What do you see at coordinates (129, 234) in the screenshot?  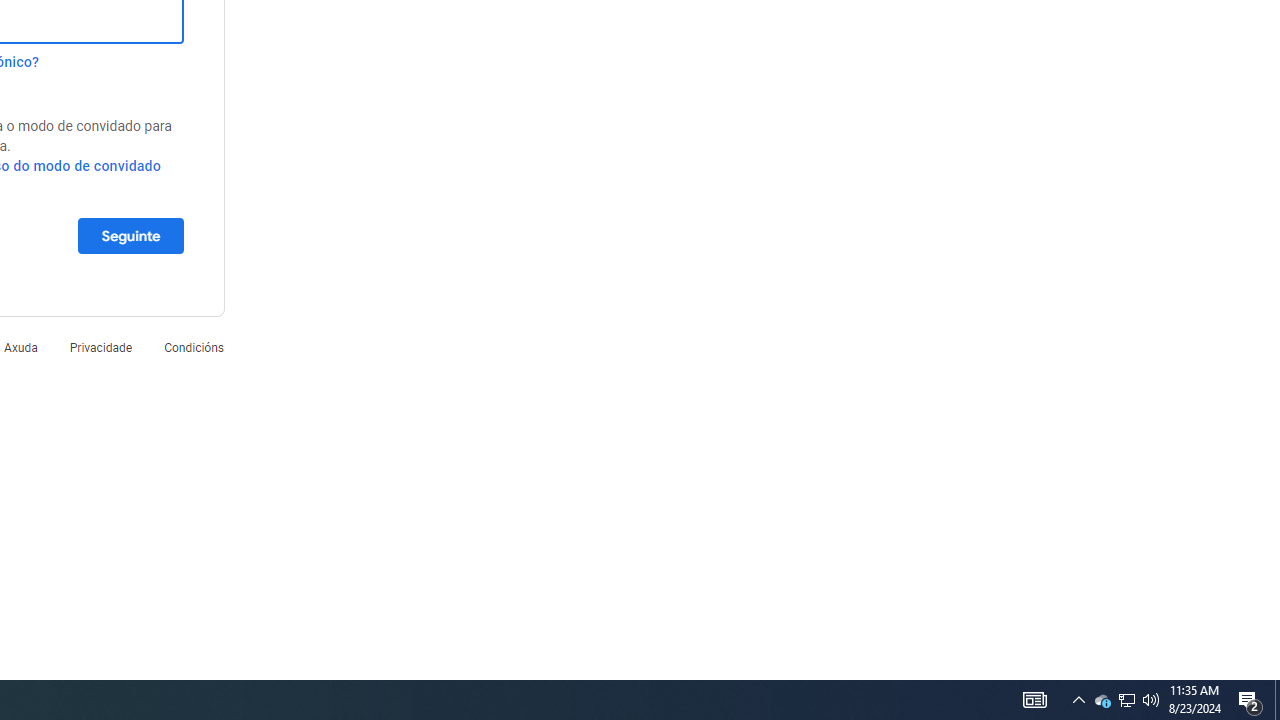 I see `'Seguinte'` at bounding box center [129, 234].